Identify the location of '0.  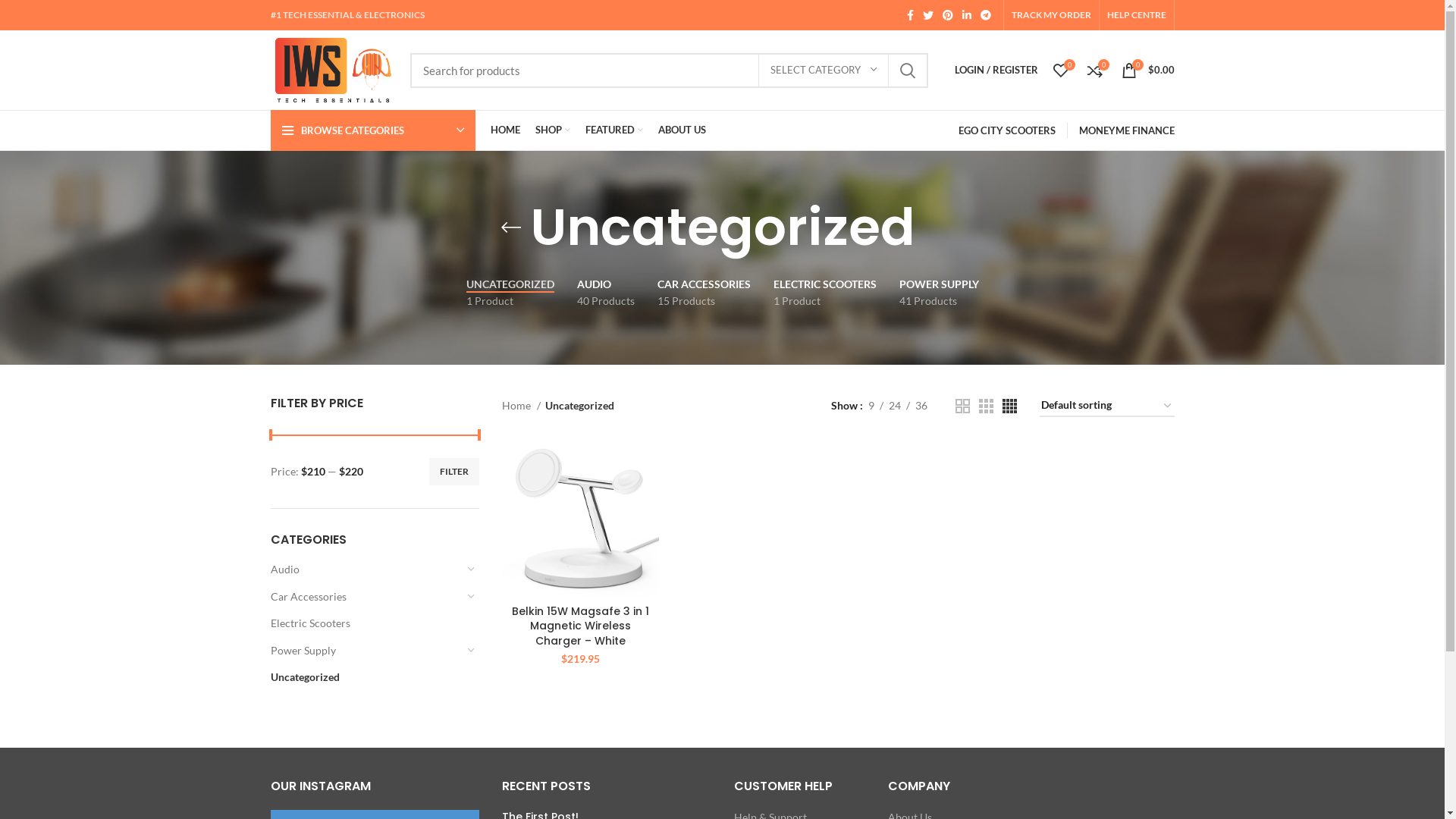
(1147, 70).